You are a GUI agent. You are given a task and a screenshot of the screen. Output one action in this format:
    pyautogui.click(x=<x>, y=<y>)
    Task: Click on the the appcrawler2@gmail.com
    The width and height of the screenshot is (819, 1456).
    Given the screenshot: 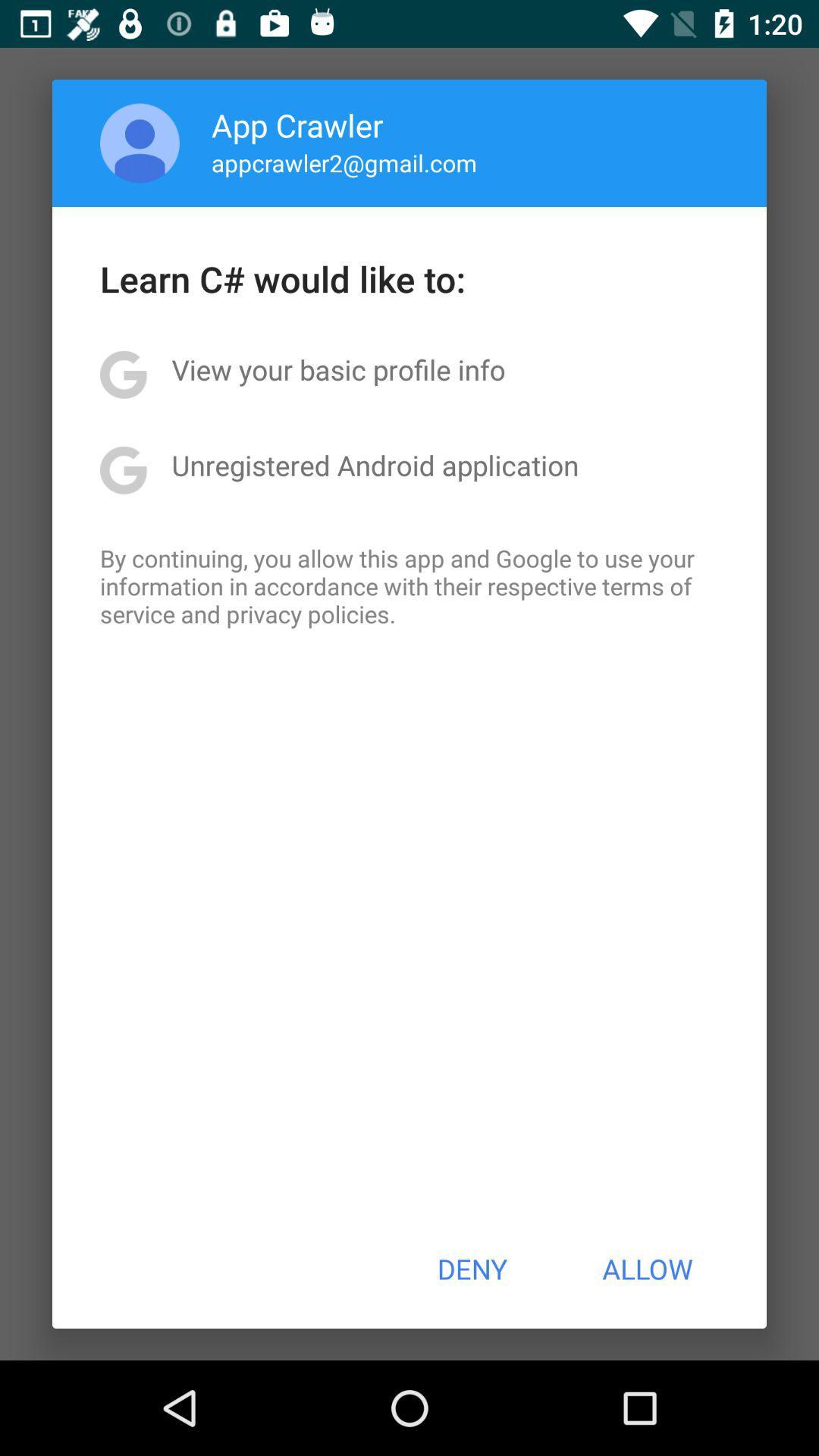 What is the action you would take?
    pyautogui.click(x=344, y=162)
    